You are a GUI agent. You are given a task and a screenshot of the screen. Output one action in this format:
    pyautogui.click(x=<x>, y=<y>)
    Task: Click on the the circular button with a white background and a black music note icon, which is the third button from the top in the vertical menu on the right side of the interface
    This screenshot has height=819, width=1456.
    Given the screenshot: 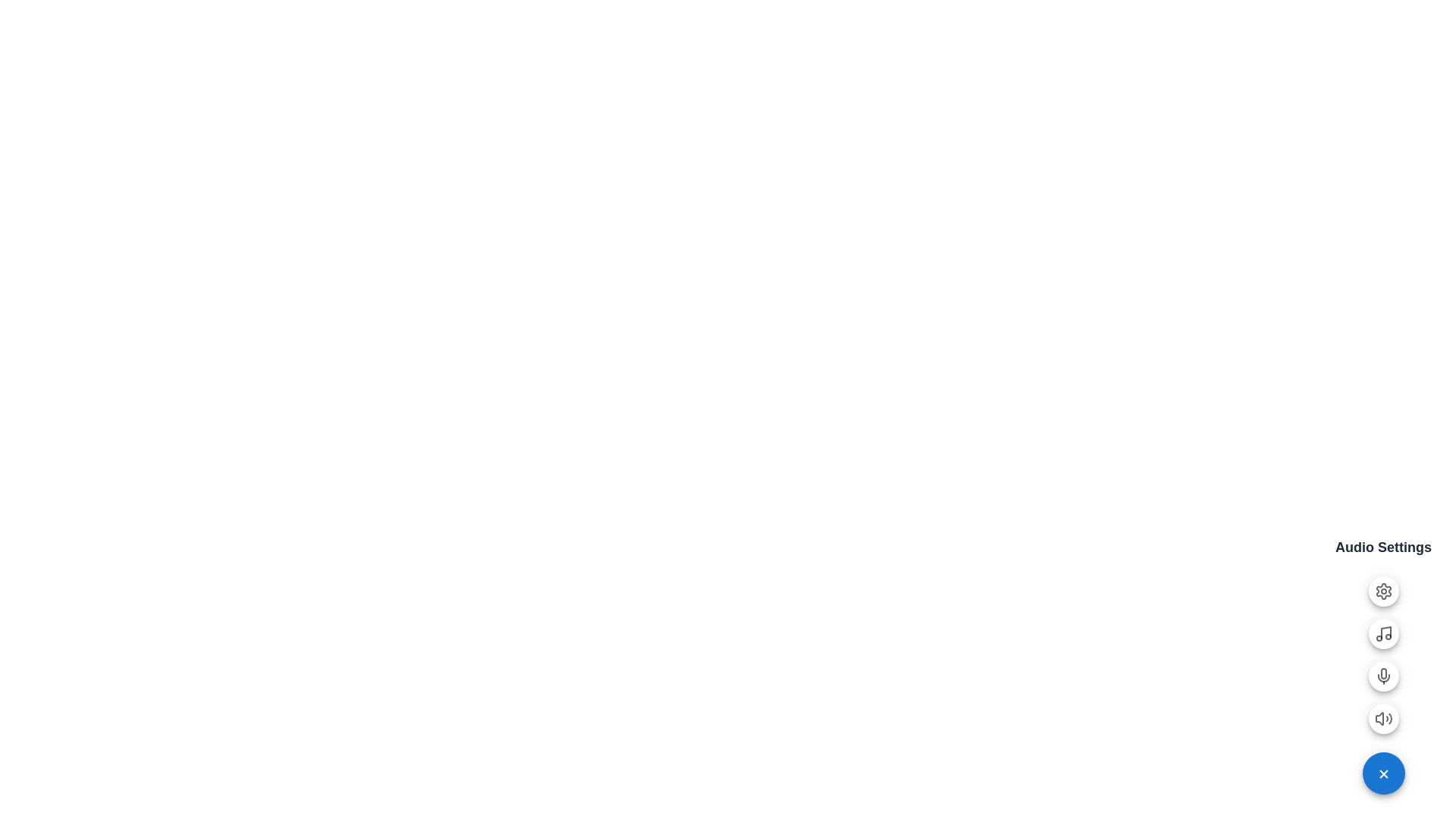 What is the action you would take?
    pyautogui.click(x=1383, y=634)
    